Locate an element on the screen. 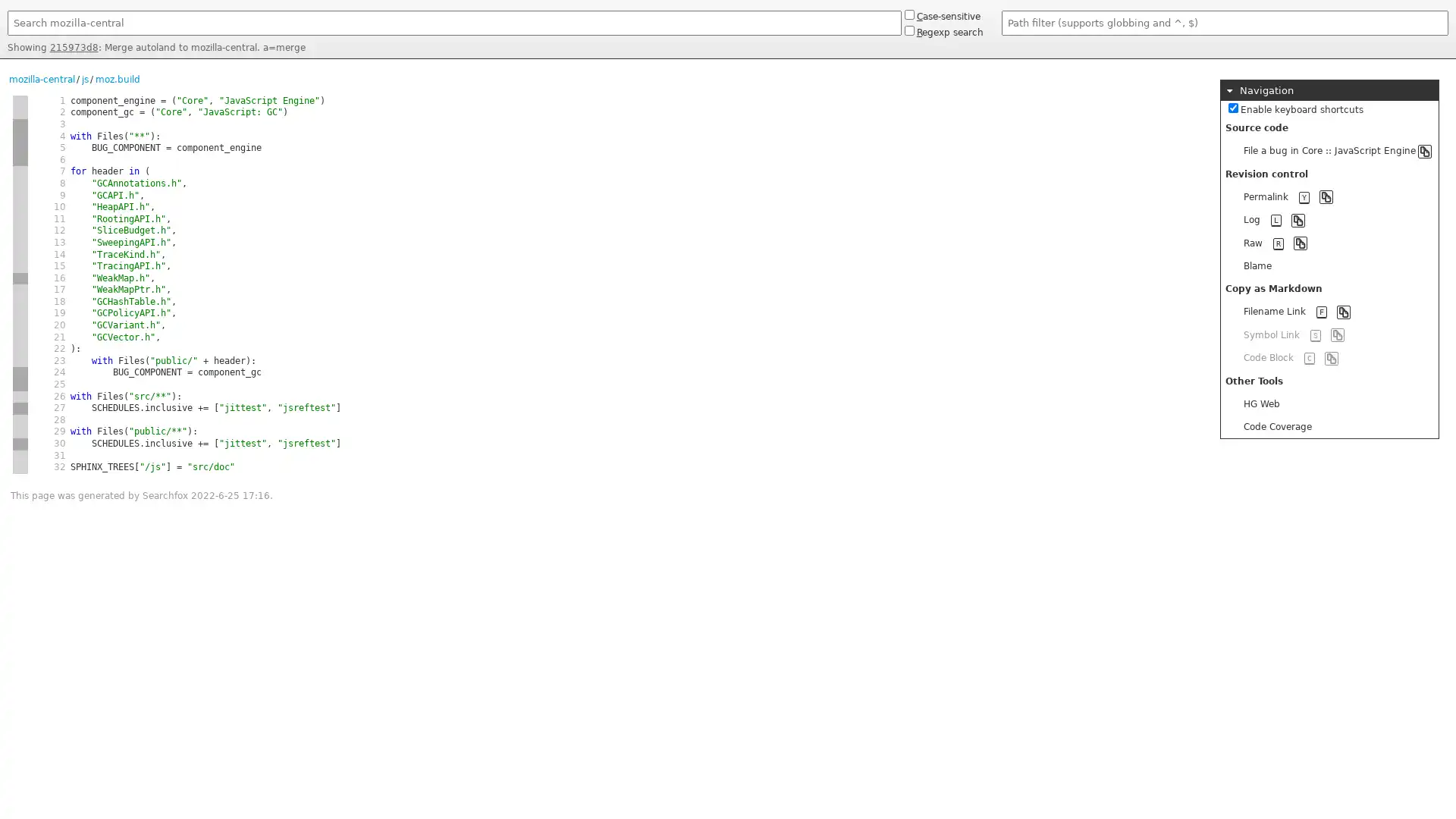 This screenshot has height=819, width=1456. same hash 1 is located at coordinates (20, 111).